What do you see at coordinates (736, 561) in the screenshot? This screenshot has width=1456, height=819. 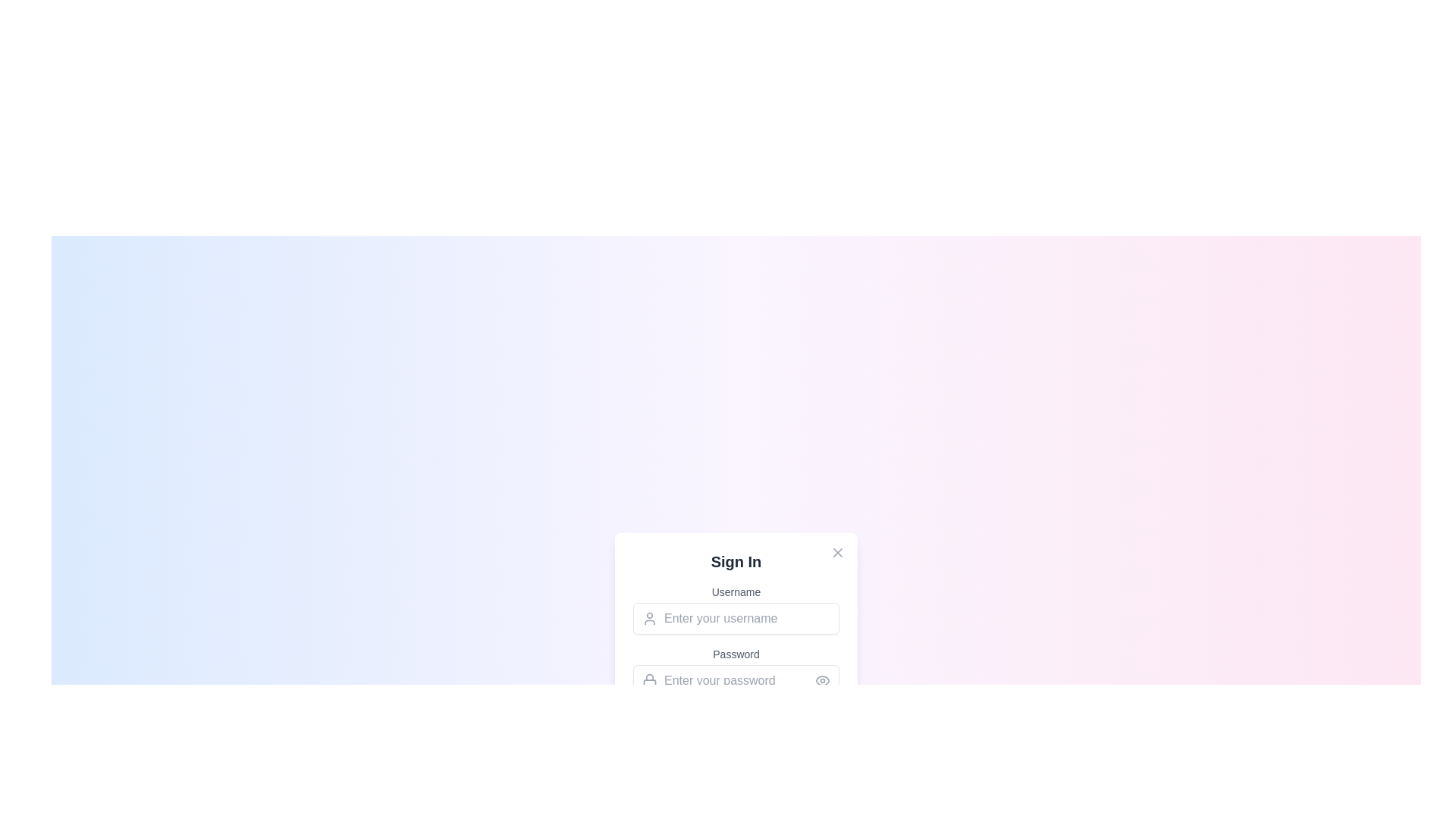 I see `the bold, large-sized 'Sign In' text label, which is styled in dark gray and positioned at the top of the centered login form, directly above the 'Username' input field` at bounding box center [736, 561].